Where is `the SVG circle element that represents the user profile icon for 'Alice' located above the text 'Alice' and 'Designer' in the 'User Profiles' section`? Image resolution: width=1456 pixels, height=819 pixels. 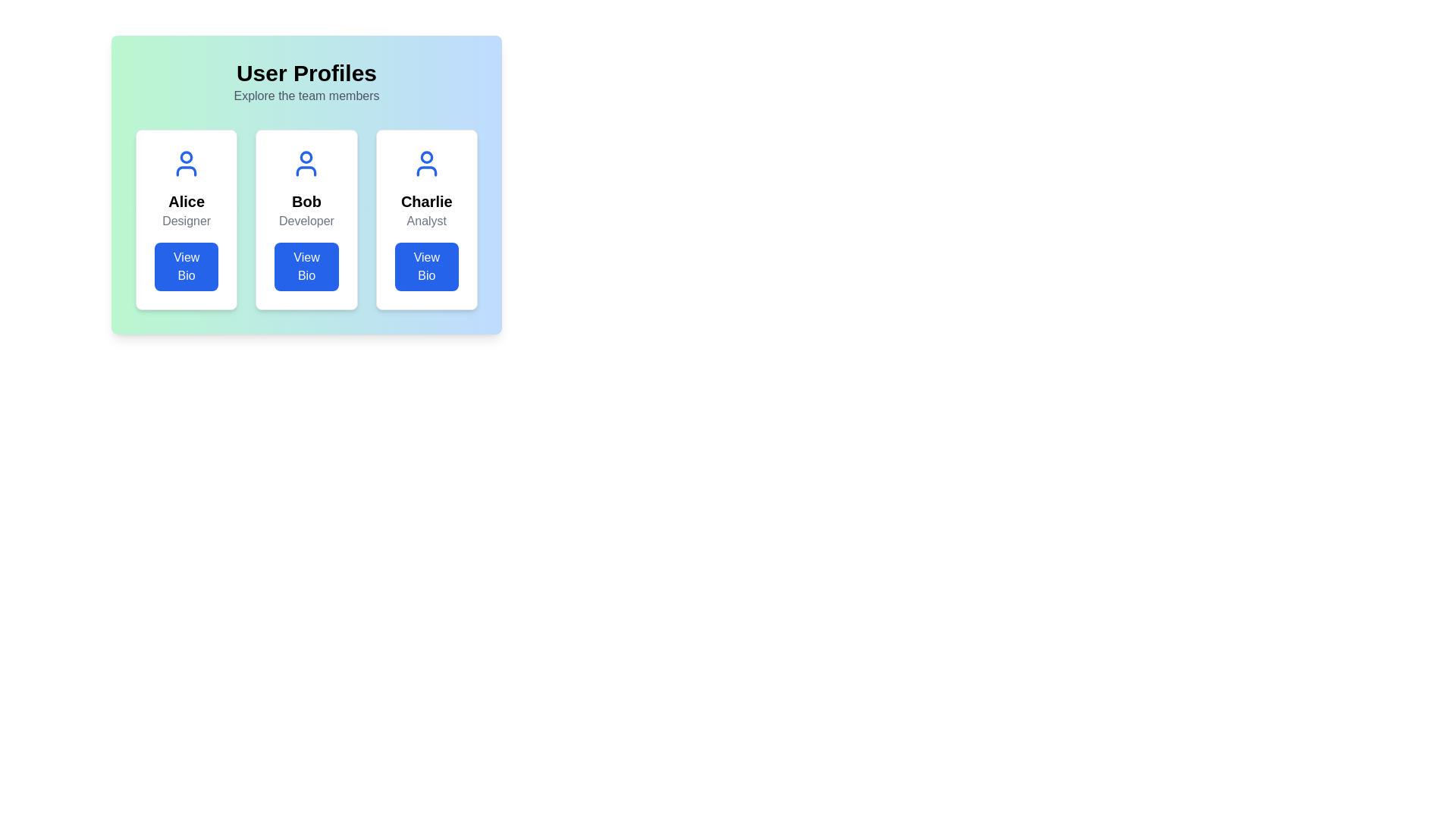 the SVG circle element that represents the user profile icon for 'Alice' located above the text 'Alice' and 'Designer' in the 'User Profiles' section is located at coordinates (186, 157).